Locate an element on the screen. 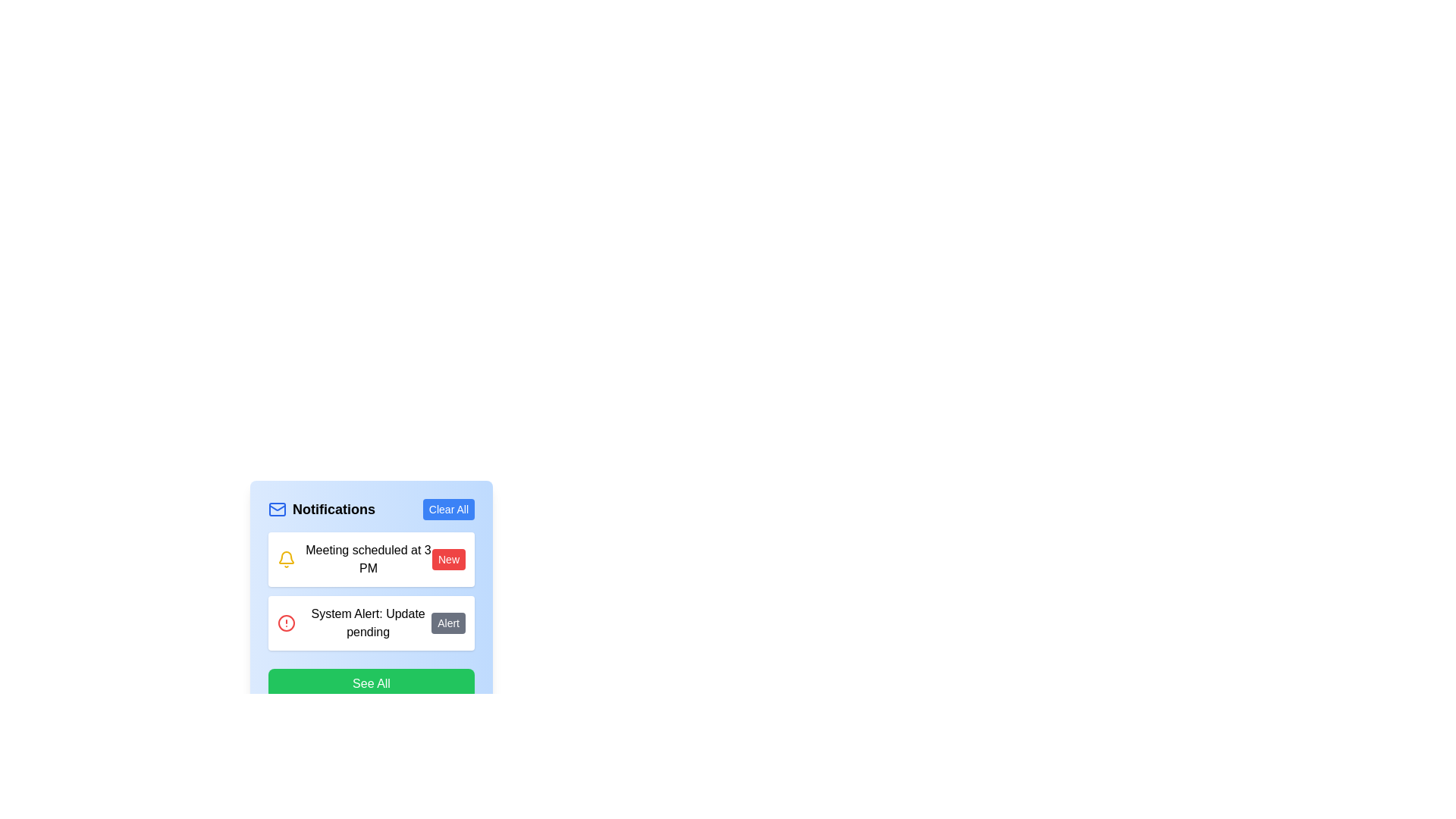 The width and height of the screenshot is (1456, 819). the Circle graphic element which is part of an alert icon indicating an important message, located adjacent to the 'System Alert: Update pending' notification text is located at coordinates (287, 623).